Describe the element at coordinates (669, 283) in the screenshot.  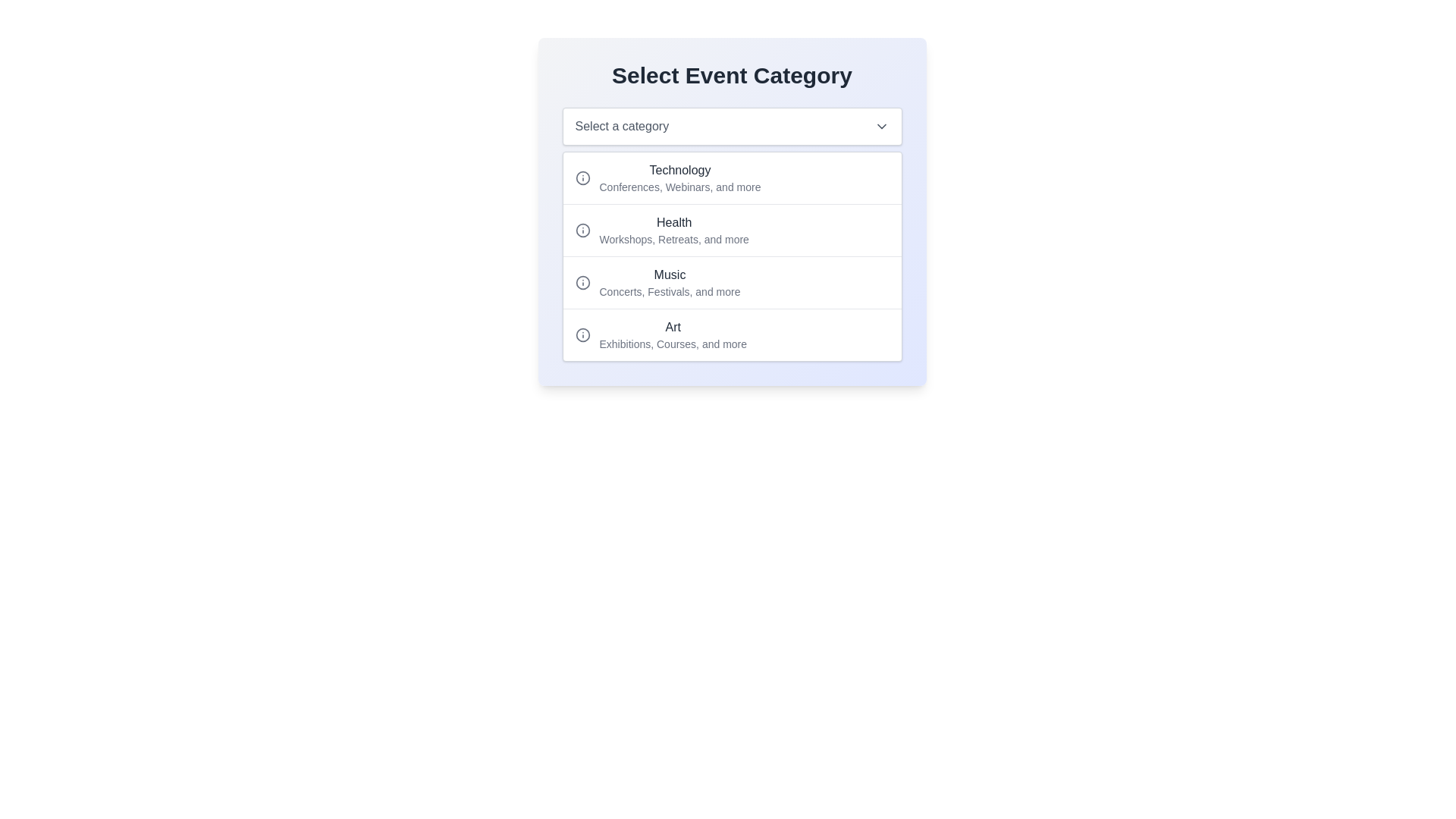
I see `to select the 'Music' category option in the selectable list under 'Select Event Category'` at that location.